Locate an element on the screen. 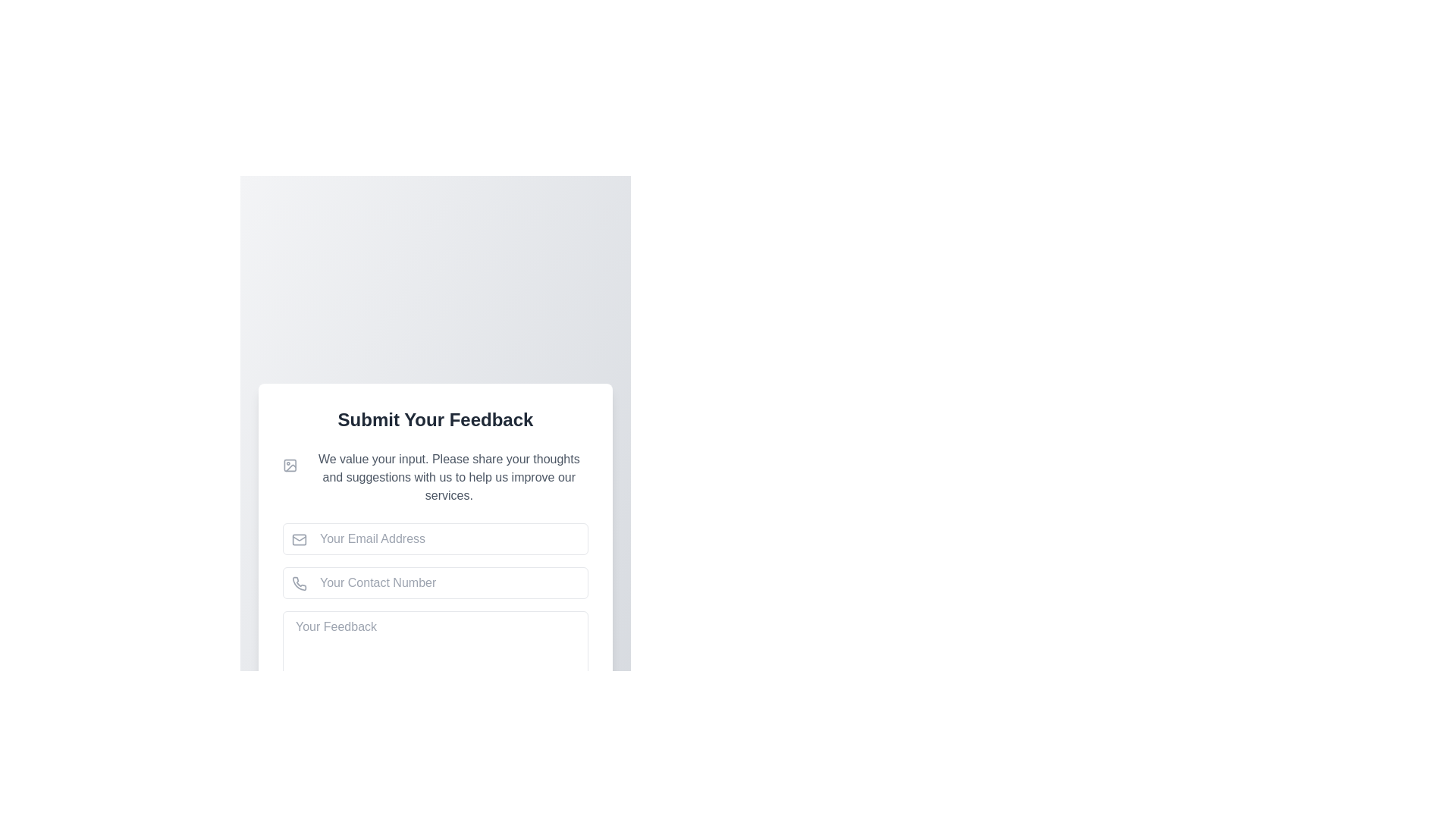 This screenshot has height=819, width=1456. the envelope icon representing email, which is positioned inside the input field labeled 'Your Email Address' on the left side is located at coordinates (299, 538).